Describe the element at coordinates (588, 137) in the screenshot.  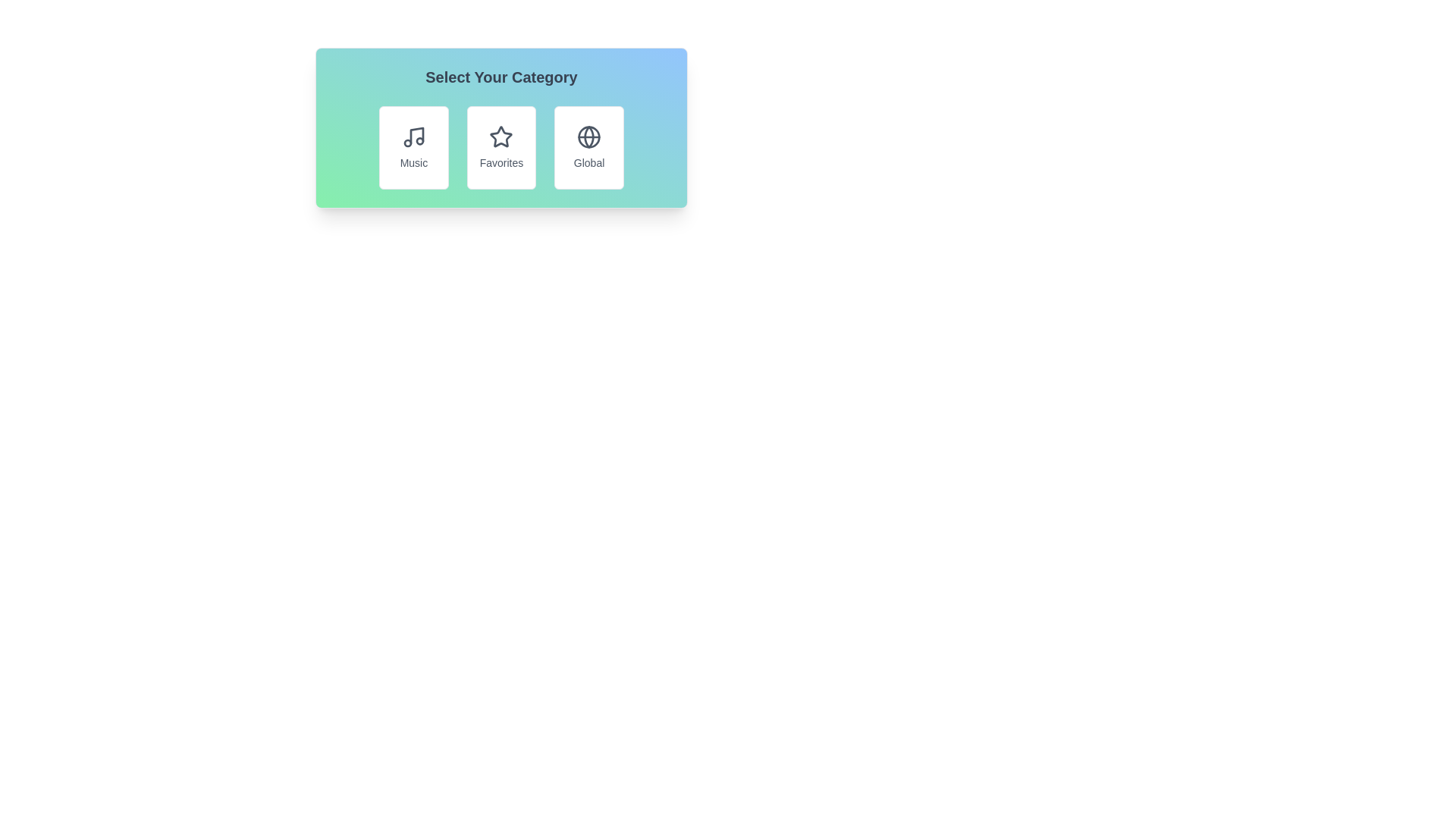
I see `the middle curved line of the globe icon, which is part of the 'Global' category button located on the rightmost position among three horizontal buttons in the center of the interface` at that location.